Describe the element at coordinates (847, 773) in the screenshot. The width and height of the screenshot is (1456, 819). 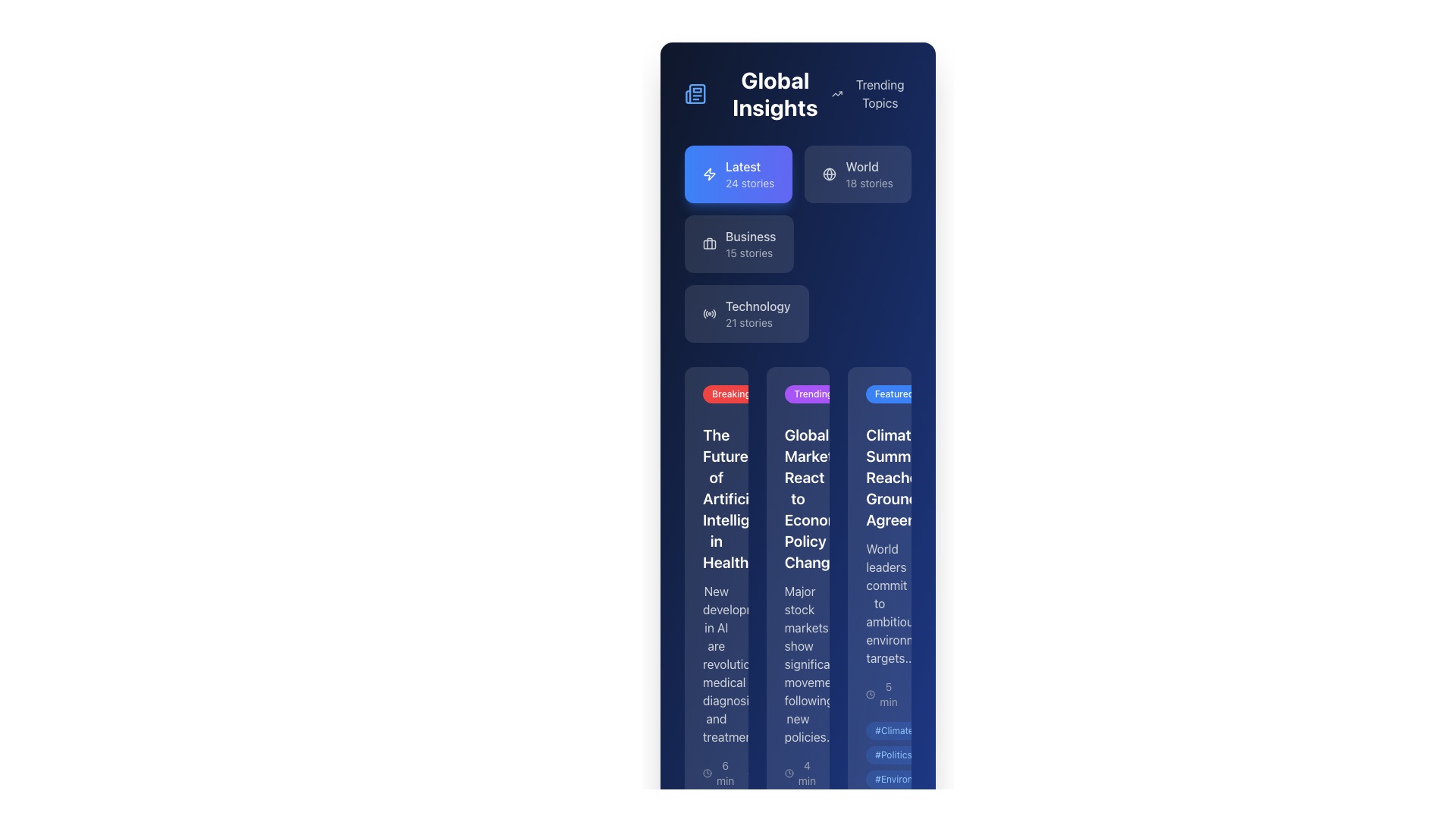
I see `the Information Cluster element located near the bottom of the second column` at that location.